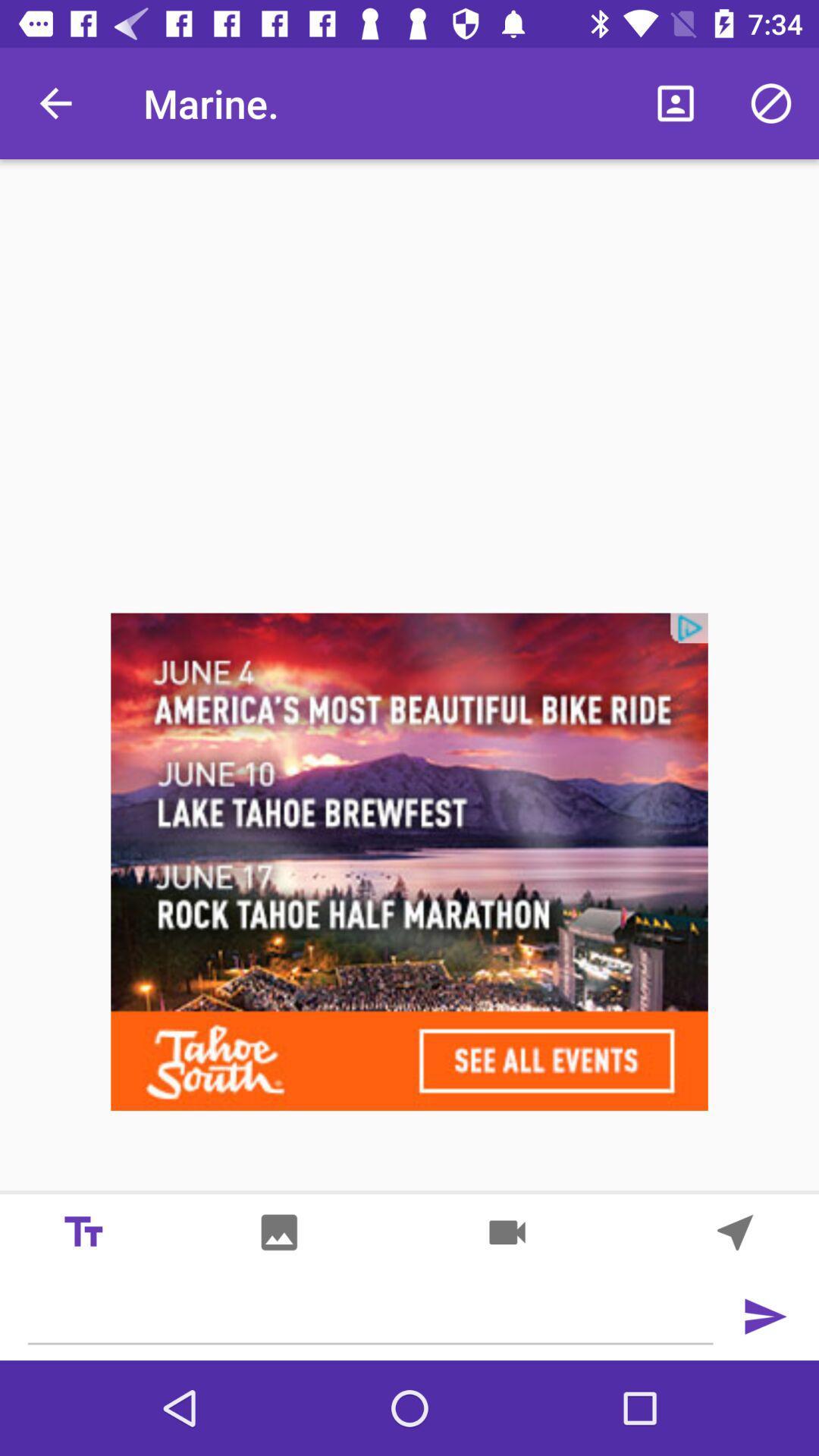  Describe the element at coordinates (764, 1316) in the screenshot. I see `go back` at that location.